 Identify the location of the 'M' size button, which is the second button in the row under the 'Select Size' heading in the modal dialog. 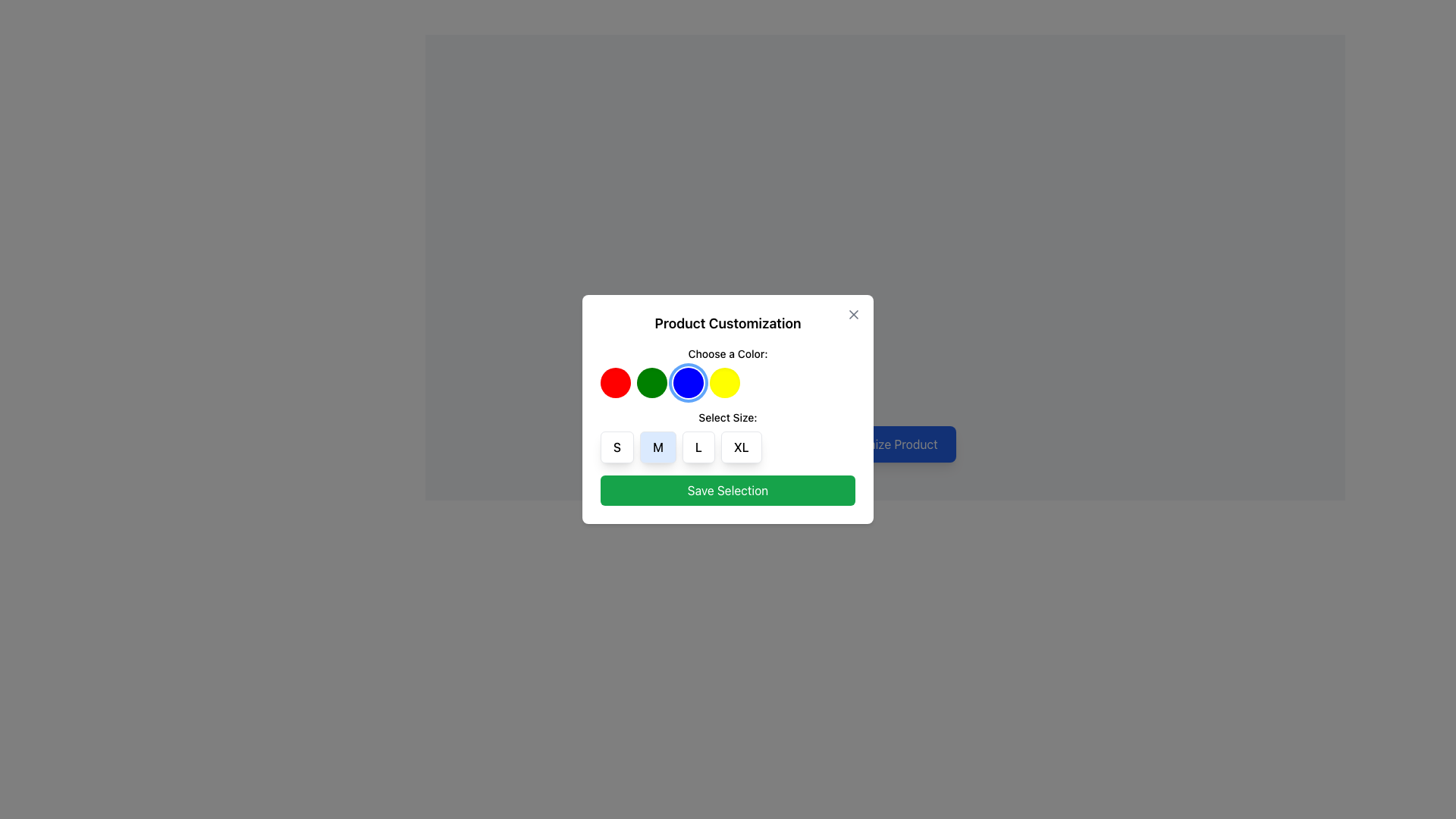
(658, 447).